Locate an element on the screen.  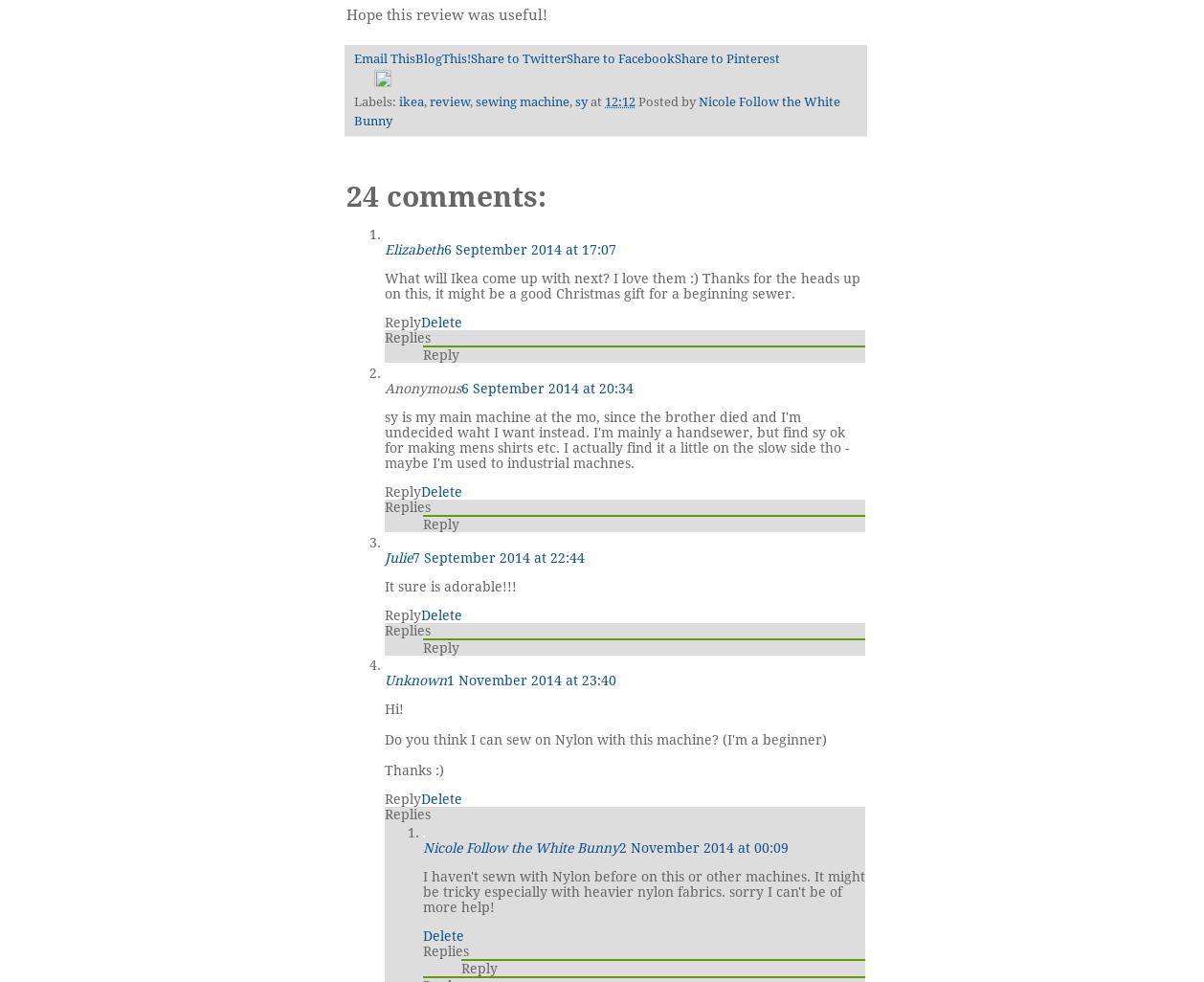
'7 September 2014 at 22:44' is located at coordinates (497, 556).